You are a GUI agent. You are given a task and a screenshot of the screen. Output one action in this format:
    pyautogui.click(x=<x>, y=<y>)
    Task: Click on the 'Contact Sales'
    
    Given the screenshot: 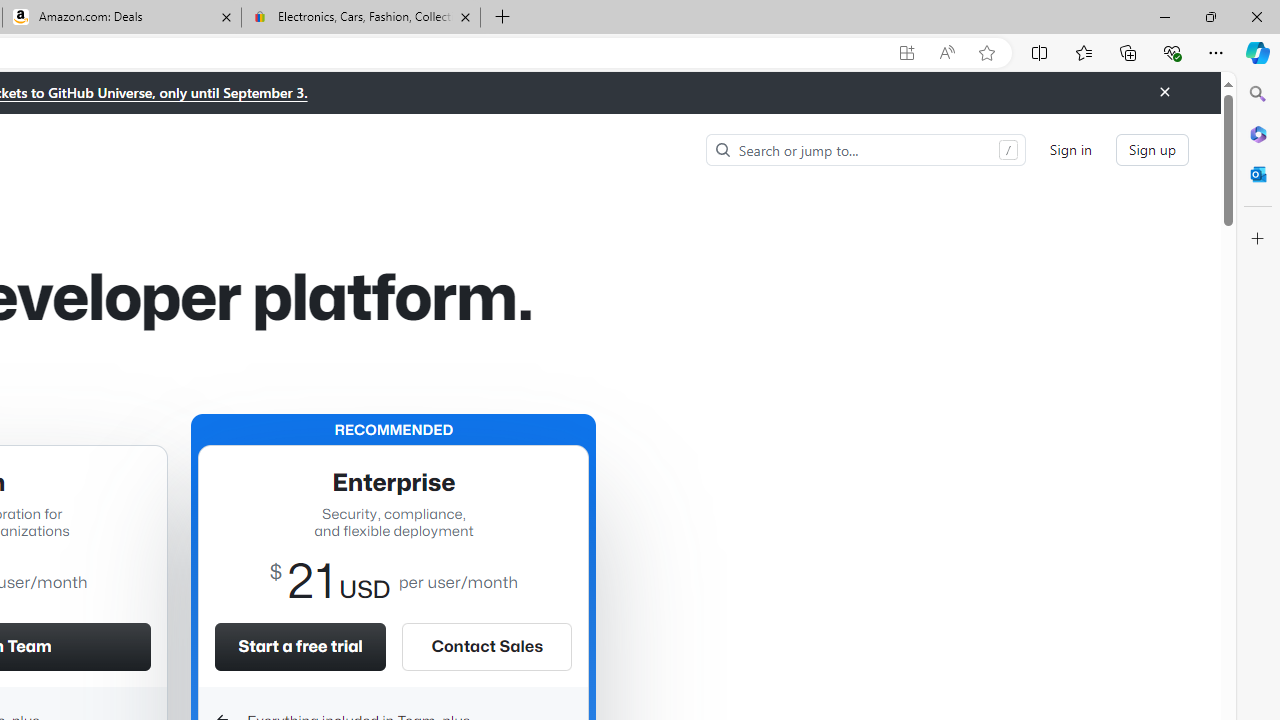 What is the action you would take?
    pyautogui.click(x=487, y=646)
    